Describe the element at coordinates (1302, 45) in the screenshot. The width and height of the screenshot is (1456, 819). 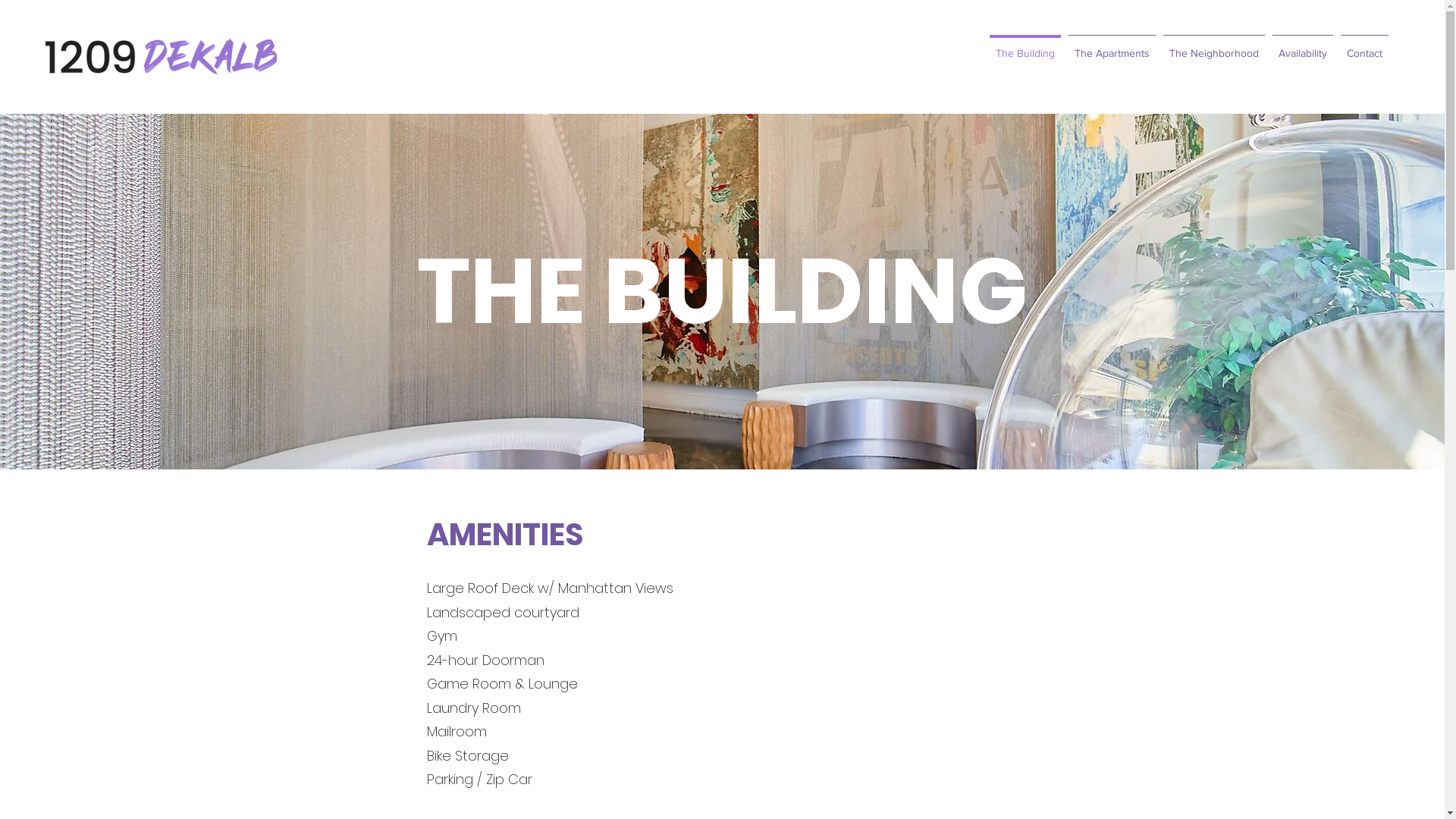
I see `'Availability'` at that location.